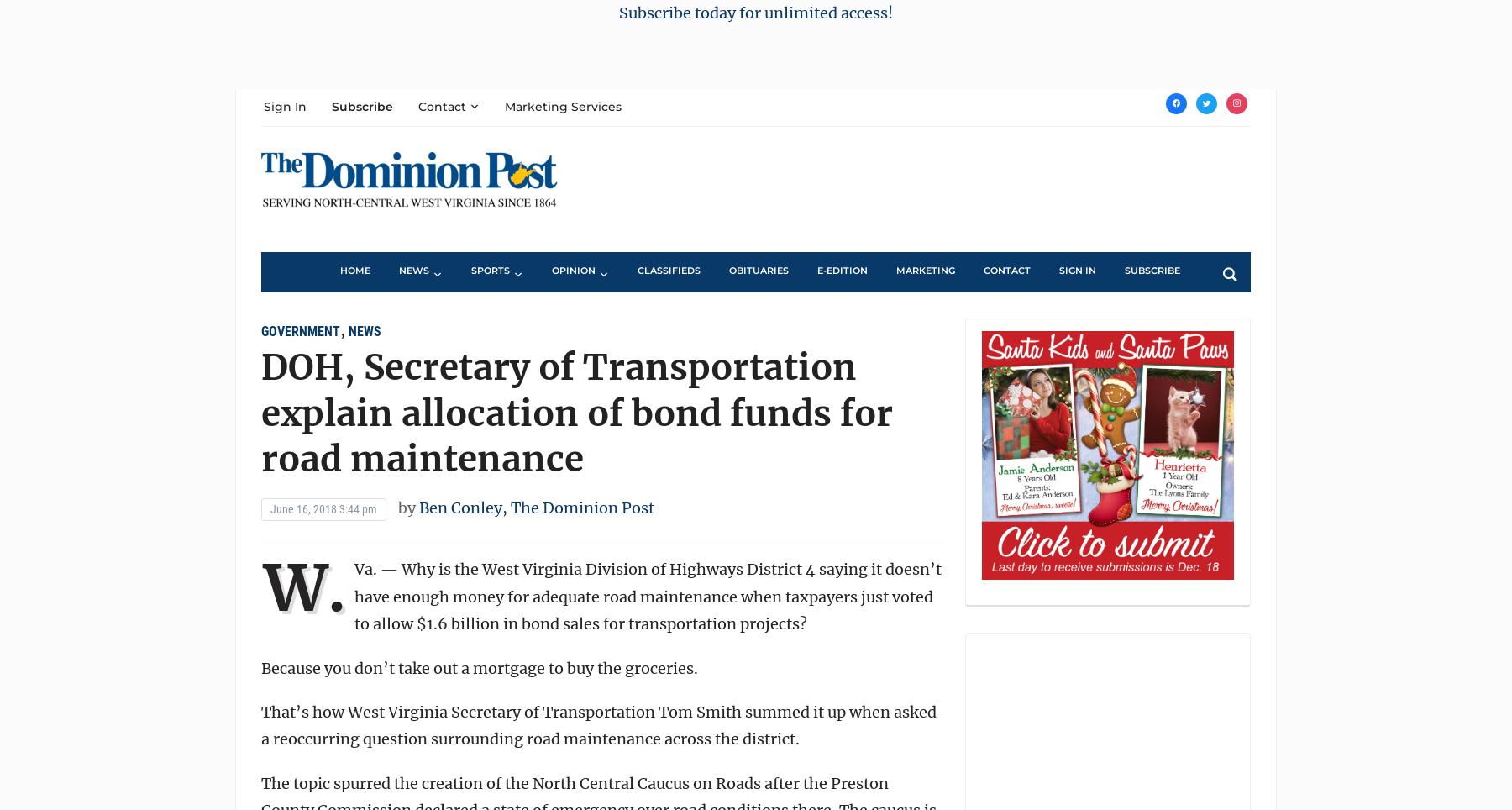  What do you see at coordinates (669, 270) in the screenshot?
I see `'Classifieds'` at bounding box center [669, 270].